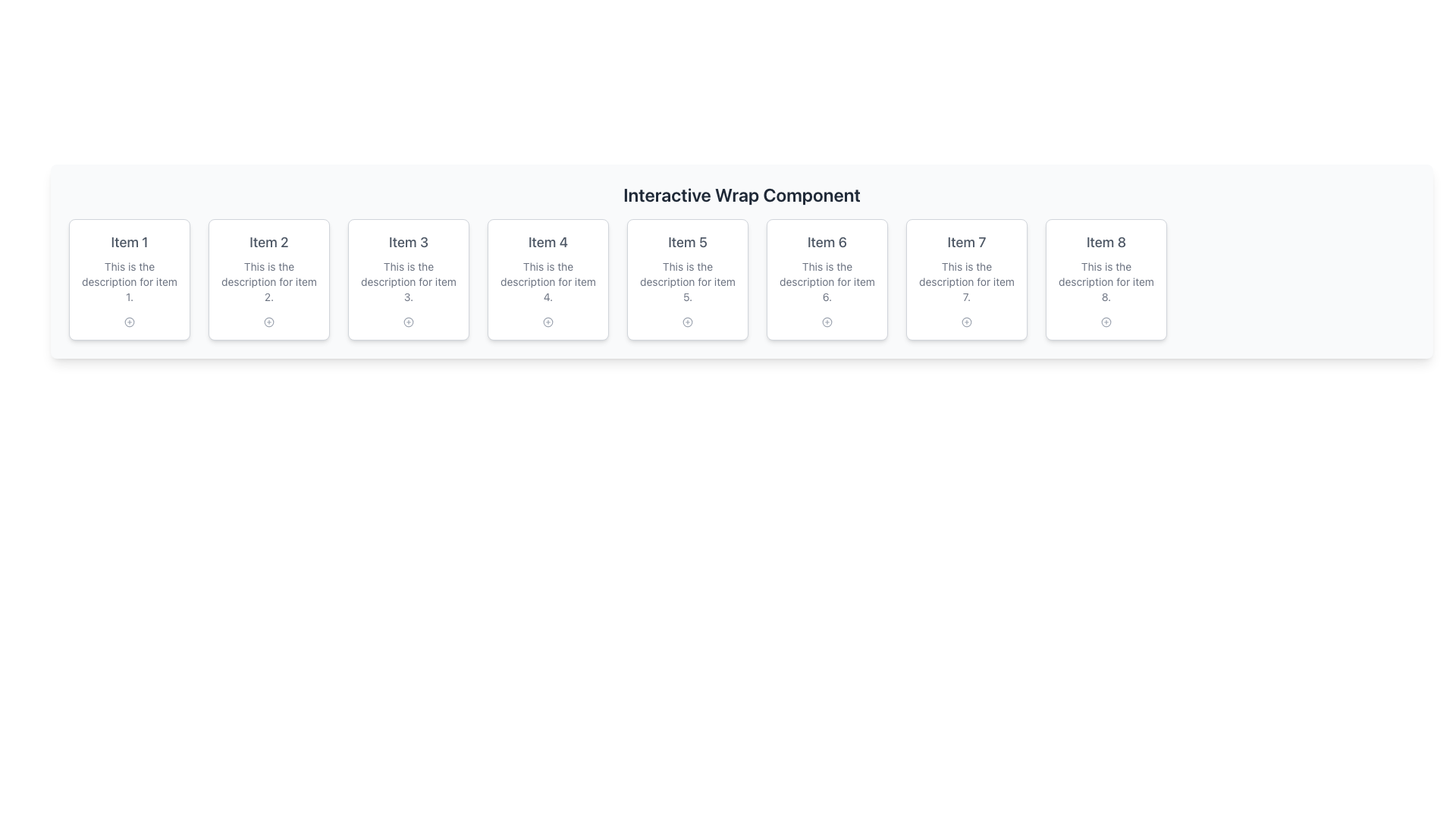  Describe the element at coordinates (966, 280) in the screenshot. I see `the interactive card titled 'Item 7' with a white background and a plus-circle icon at the bottom center` at that location.